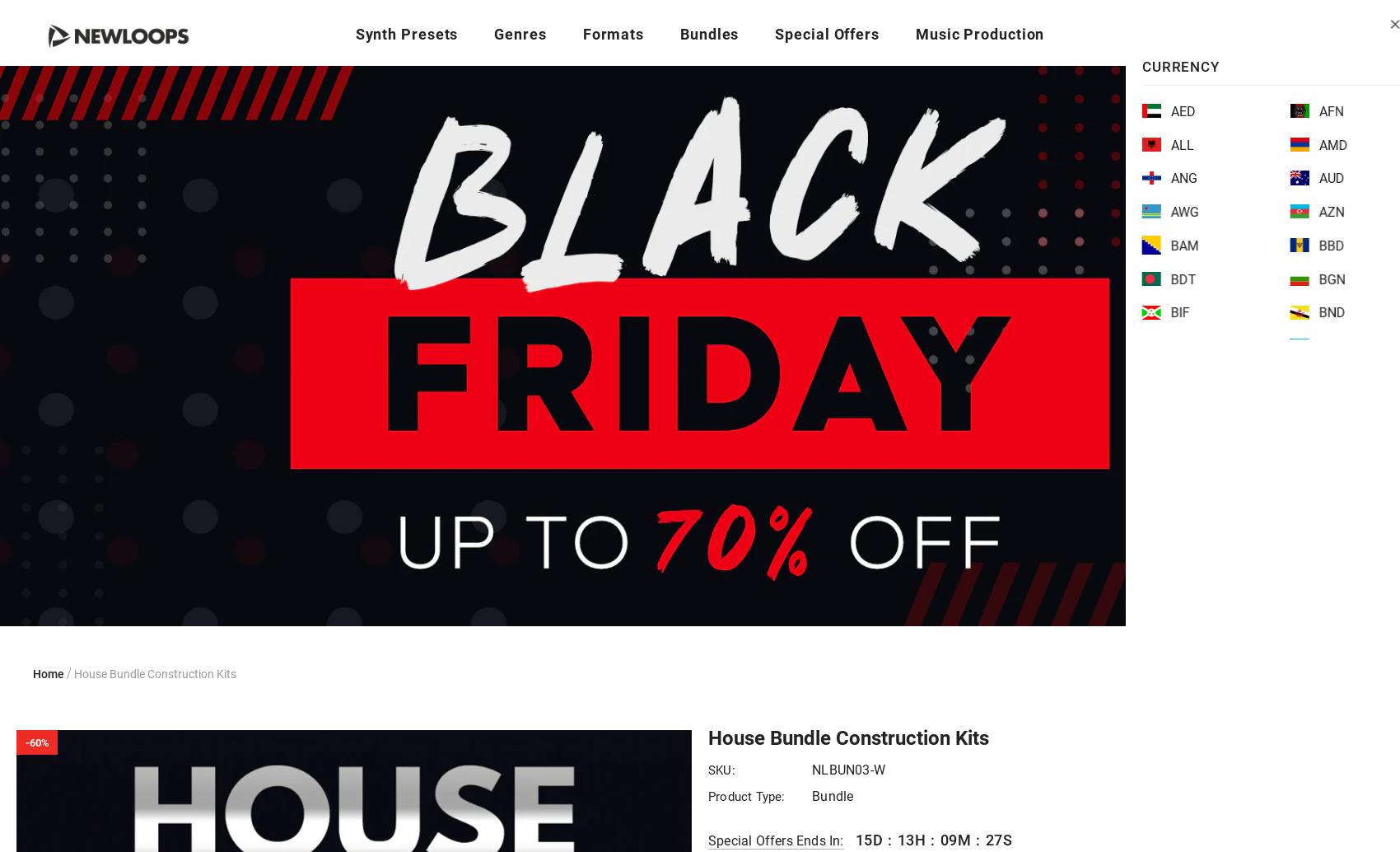  I want to click on 'Synth Presets', so click(406, 34).